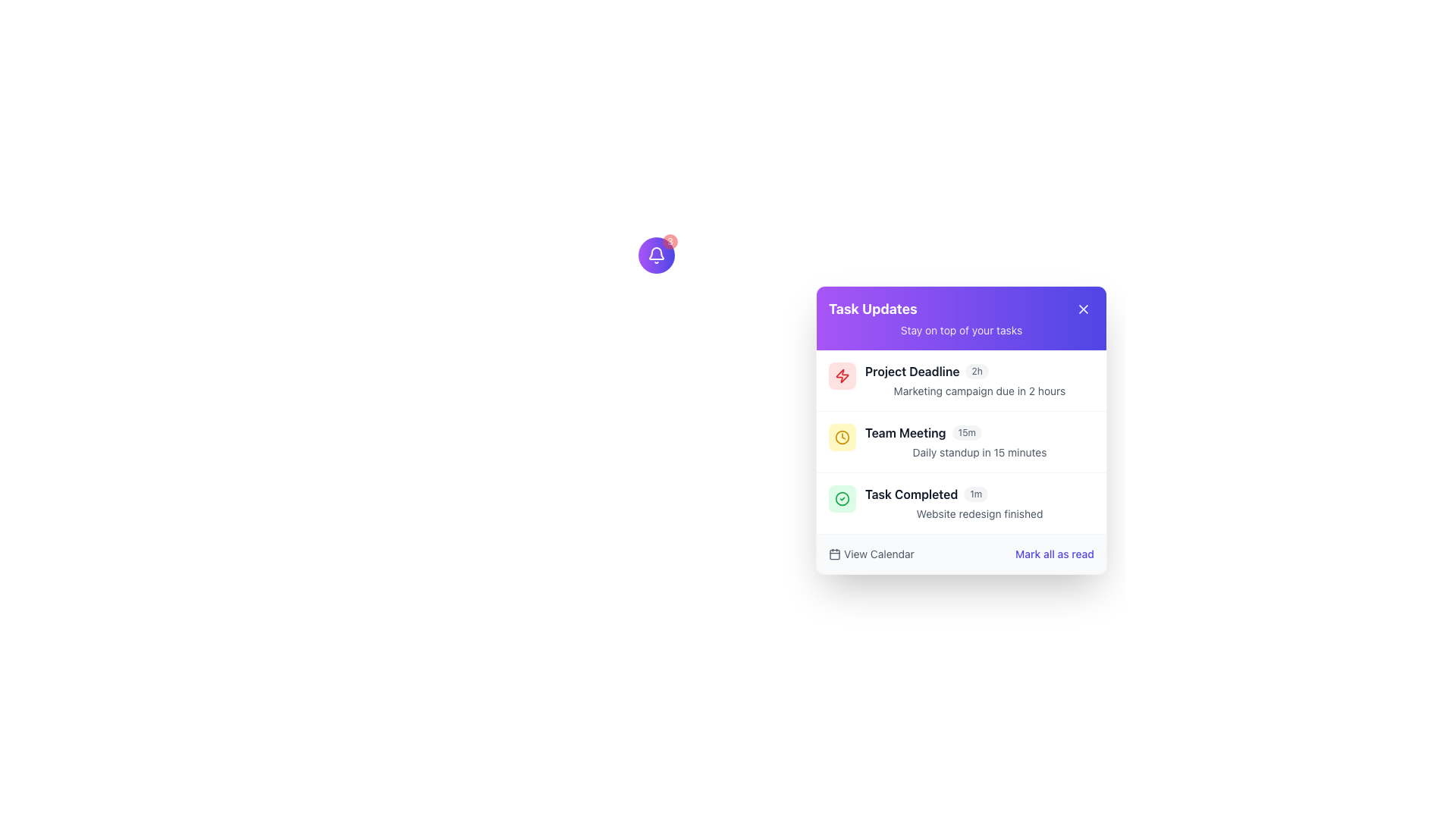 The image size is (1456, 819). What do you see at coordinates (1083, 309) in the screenshot?
I see `the close button located in the top-right corner of the 'Task Updates' purple header section` at bounding box center [1083, 309].